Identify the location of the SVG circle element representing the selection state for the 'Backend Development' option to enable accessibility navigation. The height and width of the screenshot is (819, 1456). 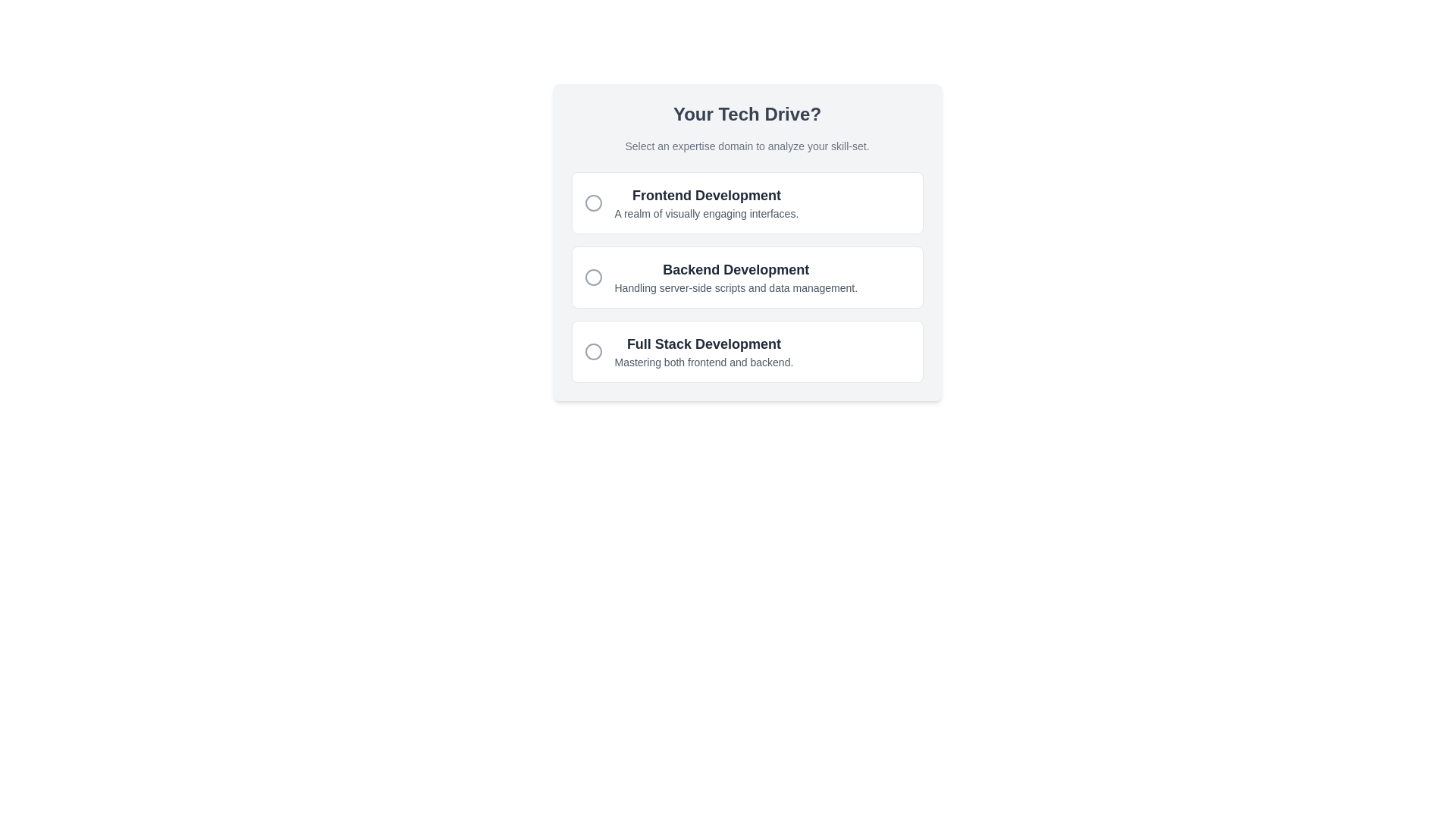
(592, 278).